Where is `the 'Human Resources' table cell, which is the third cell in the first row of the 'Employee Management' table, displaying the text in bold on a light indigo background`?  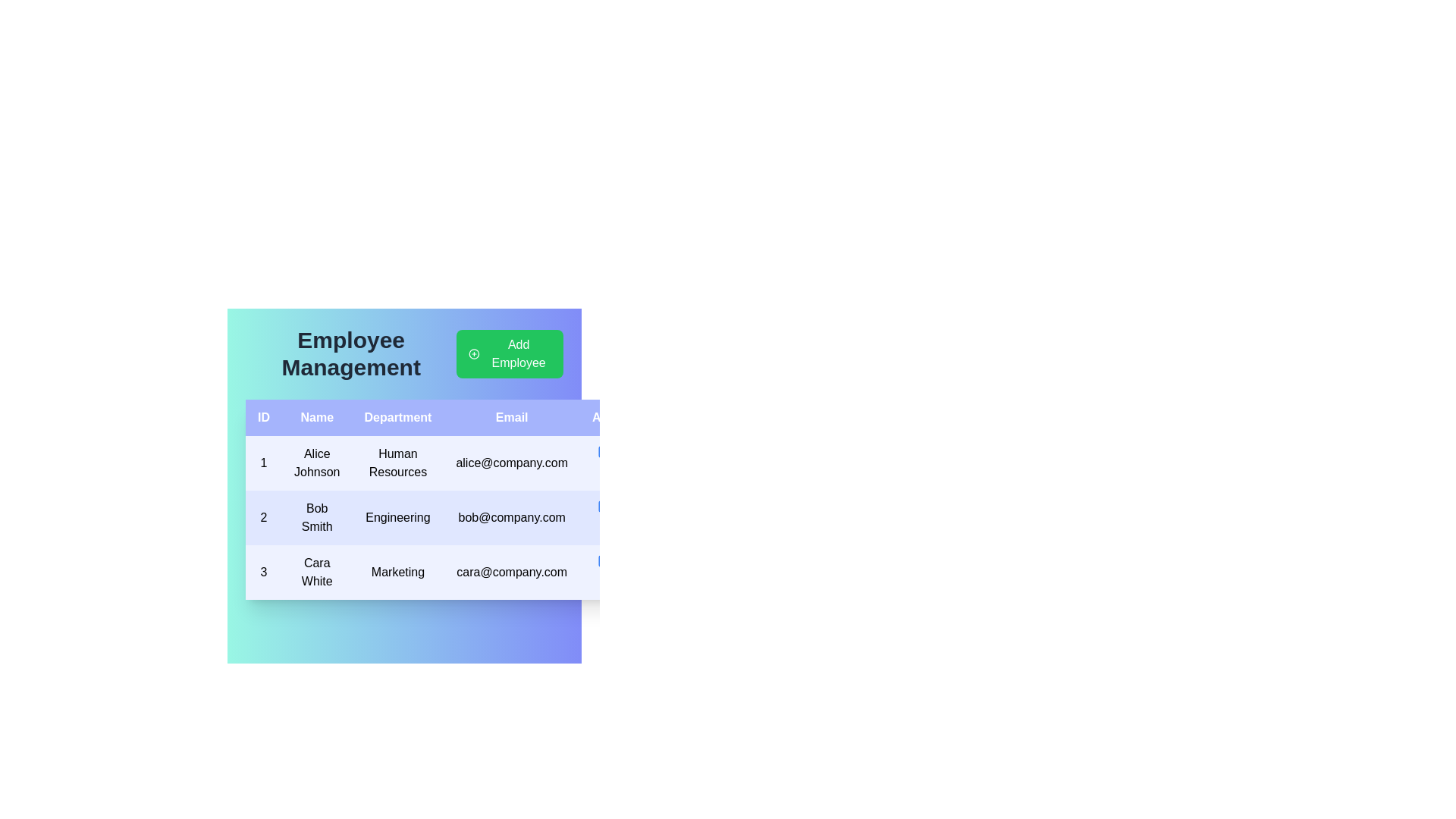
the 'Human Resources' table cell, which is the third cell in the first row of the 'Employee Management' table, displaying the text in bold on a light indigo background is located at coordinates (397, 462).